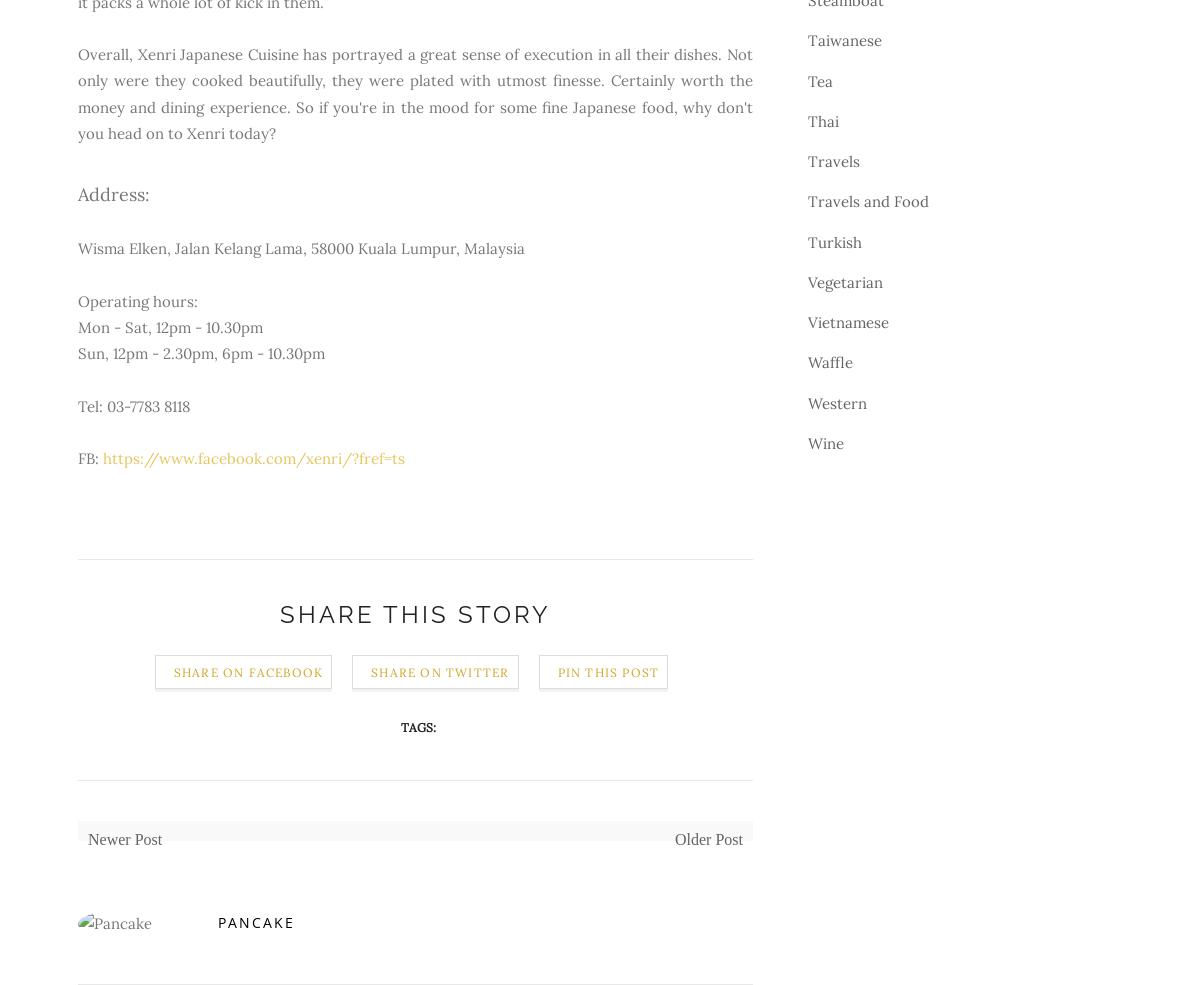  I want to click on 'Share on Twitter', so click(440, 671).